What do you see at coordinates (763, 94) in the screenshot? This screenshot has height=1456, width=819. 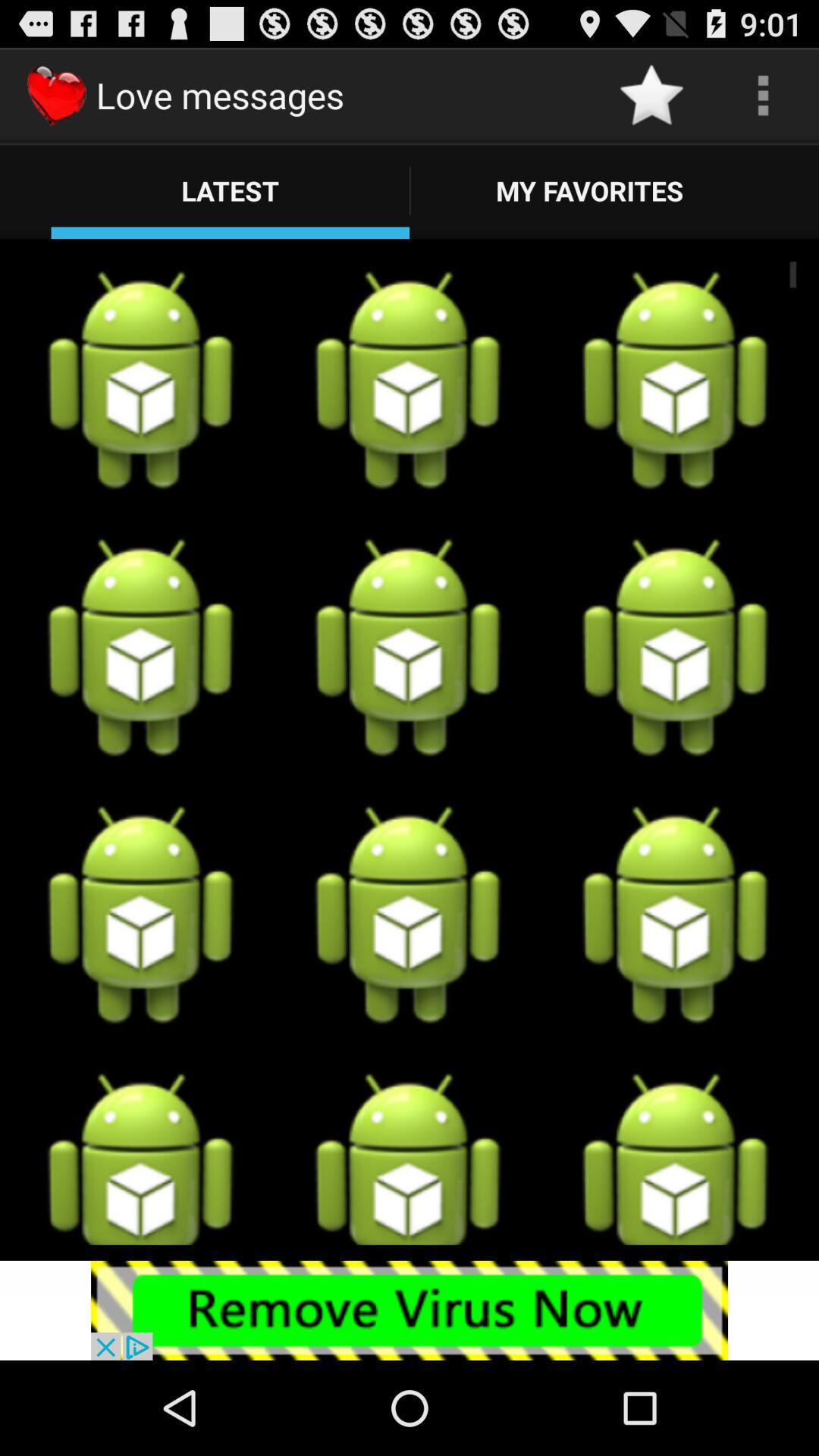 I see `see menu` at bounding box center [763, 94].